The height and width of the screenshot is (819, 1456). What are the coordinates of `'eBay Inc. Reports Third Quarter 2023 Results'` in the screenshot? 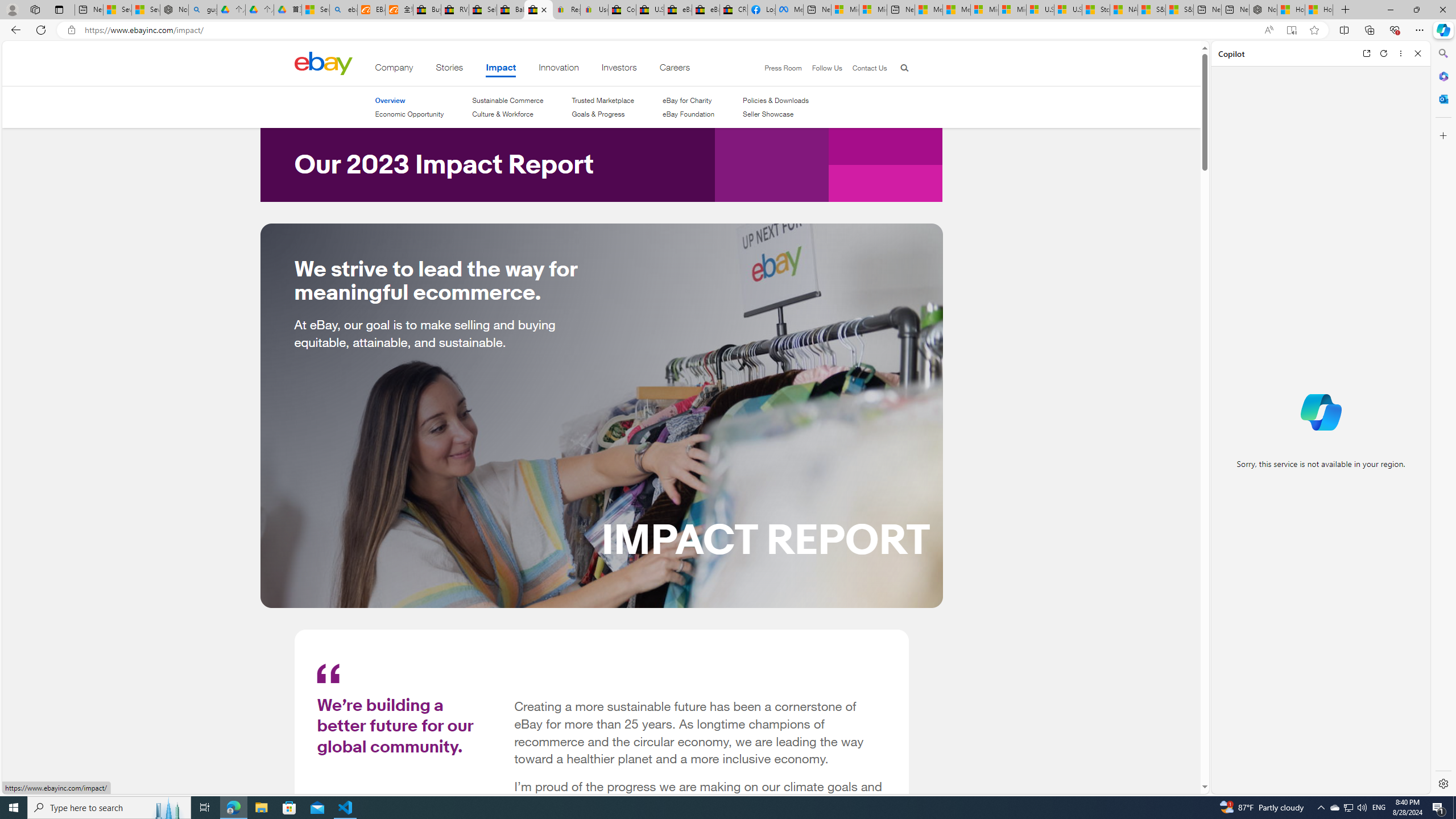 It's located at (705, 9).